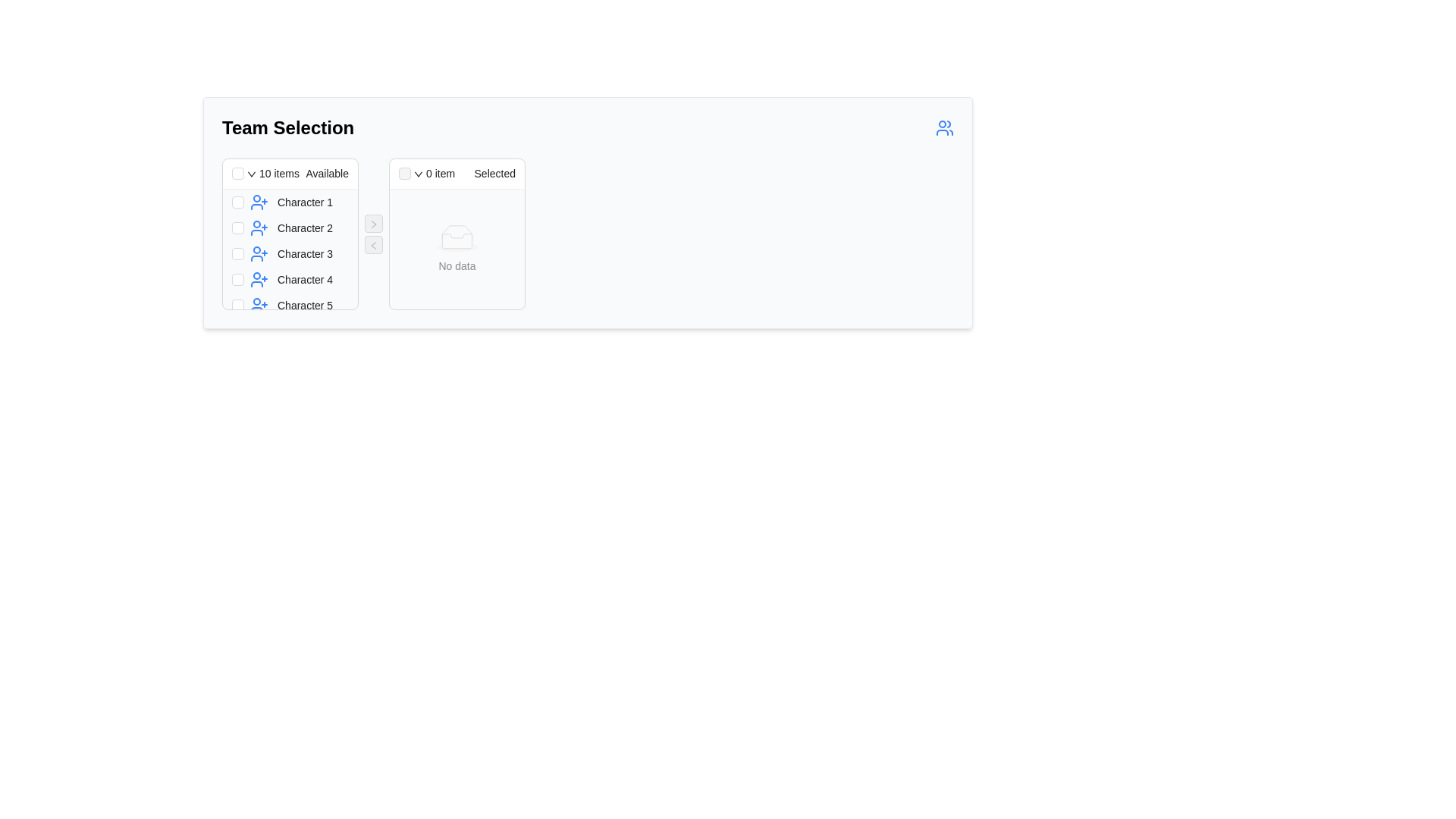  What do you see at coordinates (304, 305) in the screenshot?
I see `the 'Character 5' text label in the 'Team Selection' panel, which is styled in black font and is positioned below 'Character 4'` at bounding box center [304, 305].